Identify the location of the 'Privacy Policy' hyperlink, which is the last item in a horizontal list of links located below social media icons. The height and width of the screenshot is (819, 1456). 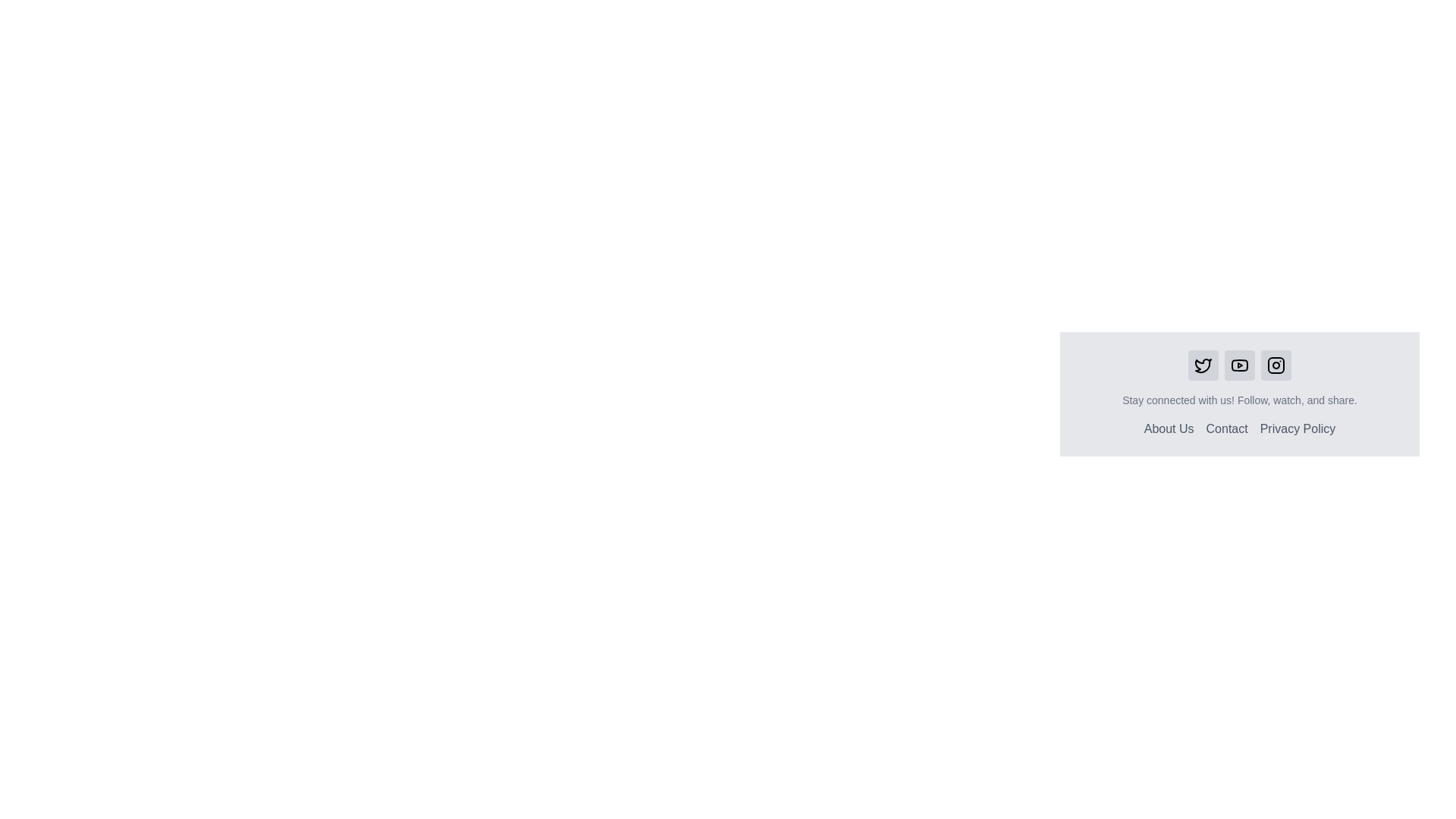
(1297, 429).